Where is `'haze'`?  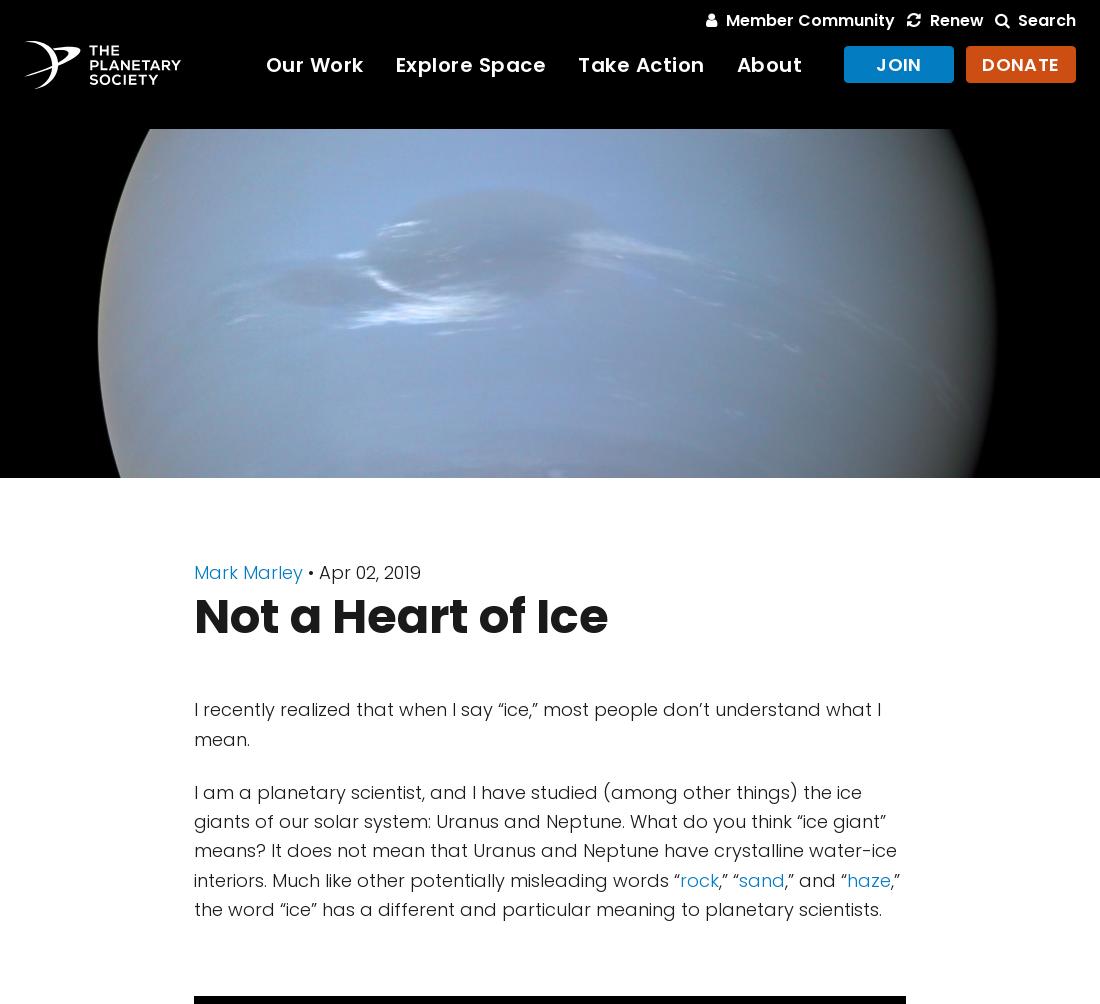
'haze' is located at coordinates (868, 878).